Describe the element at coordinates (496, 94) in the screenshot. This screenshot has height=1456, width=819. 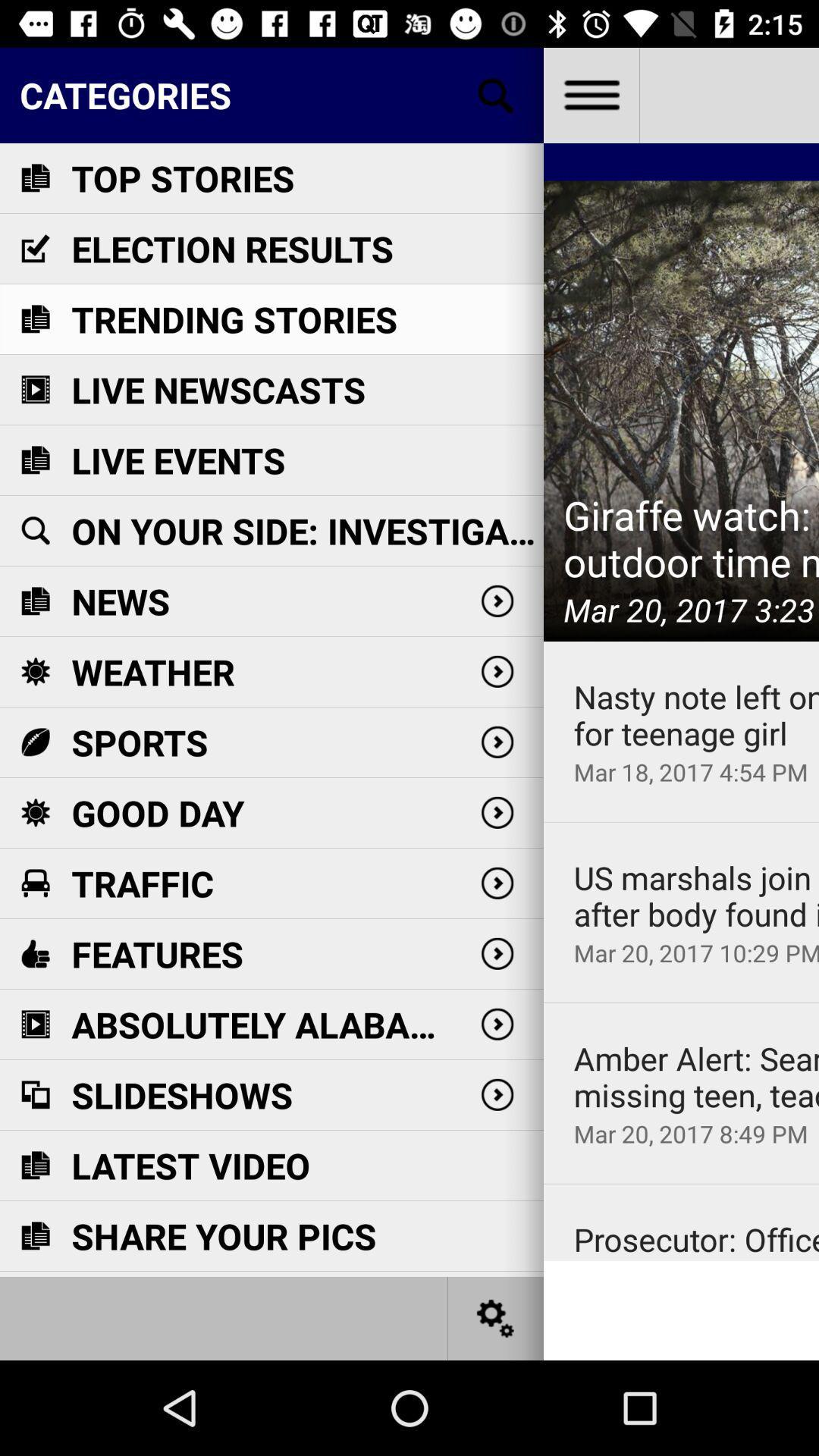
I see `the search icon` at that location.